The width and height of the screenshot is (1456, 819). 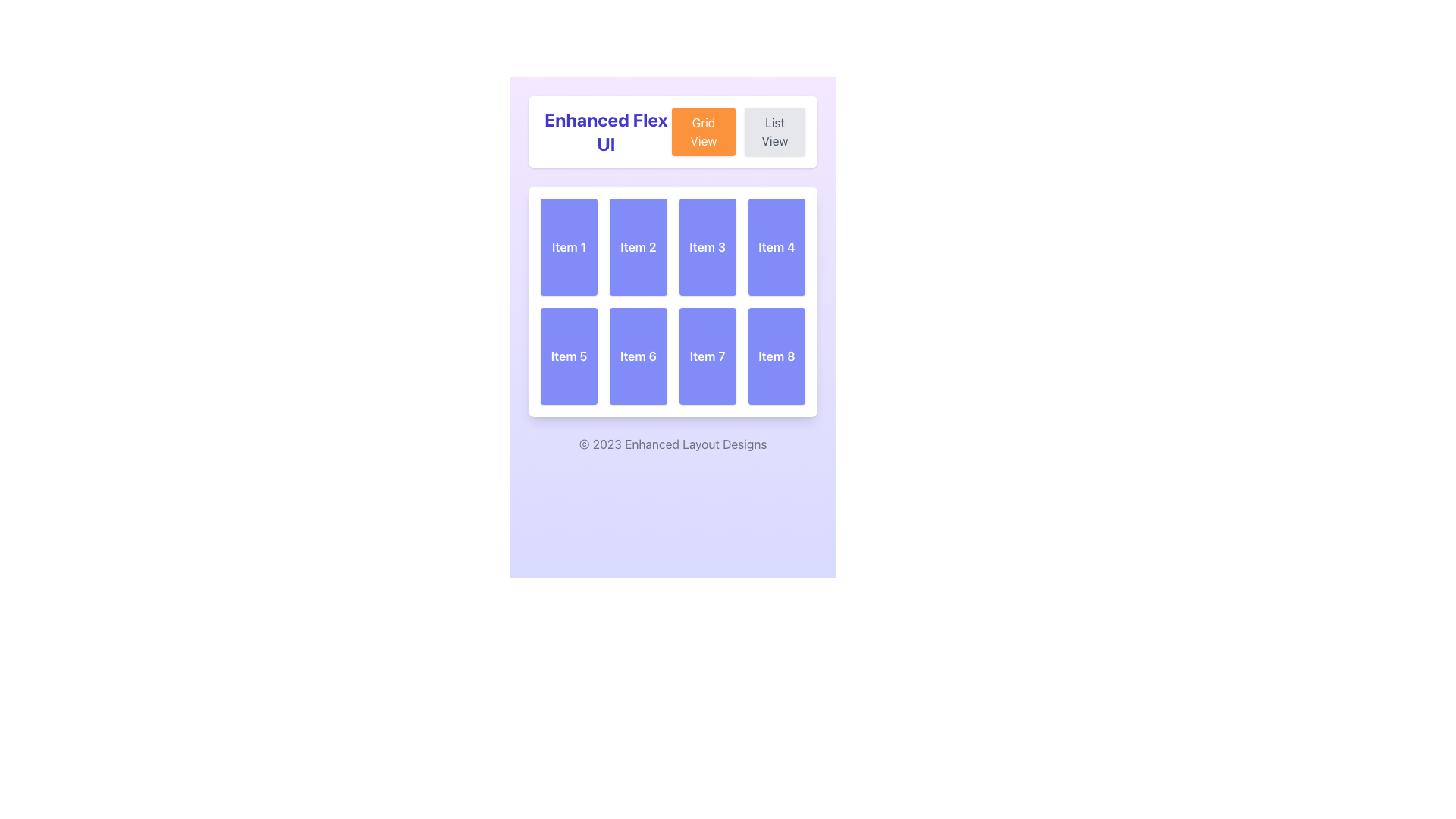 What do you see at coordinates (568, 356) in the screenshot?
I see `the fifth item in a 2-row, 4-column grid layout, which is a static display component containing textual content` at bounding box center [568, 356].